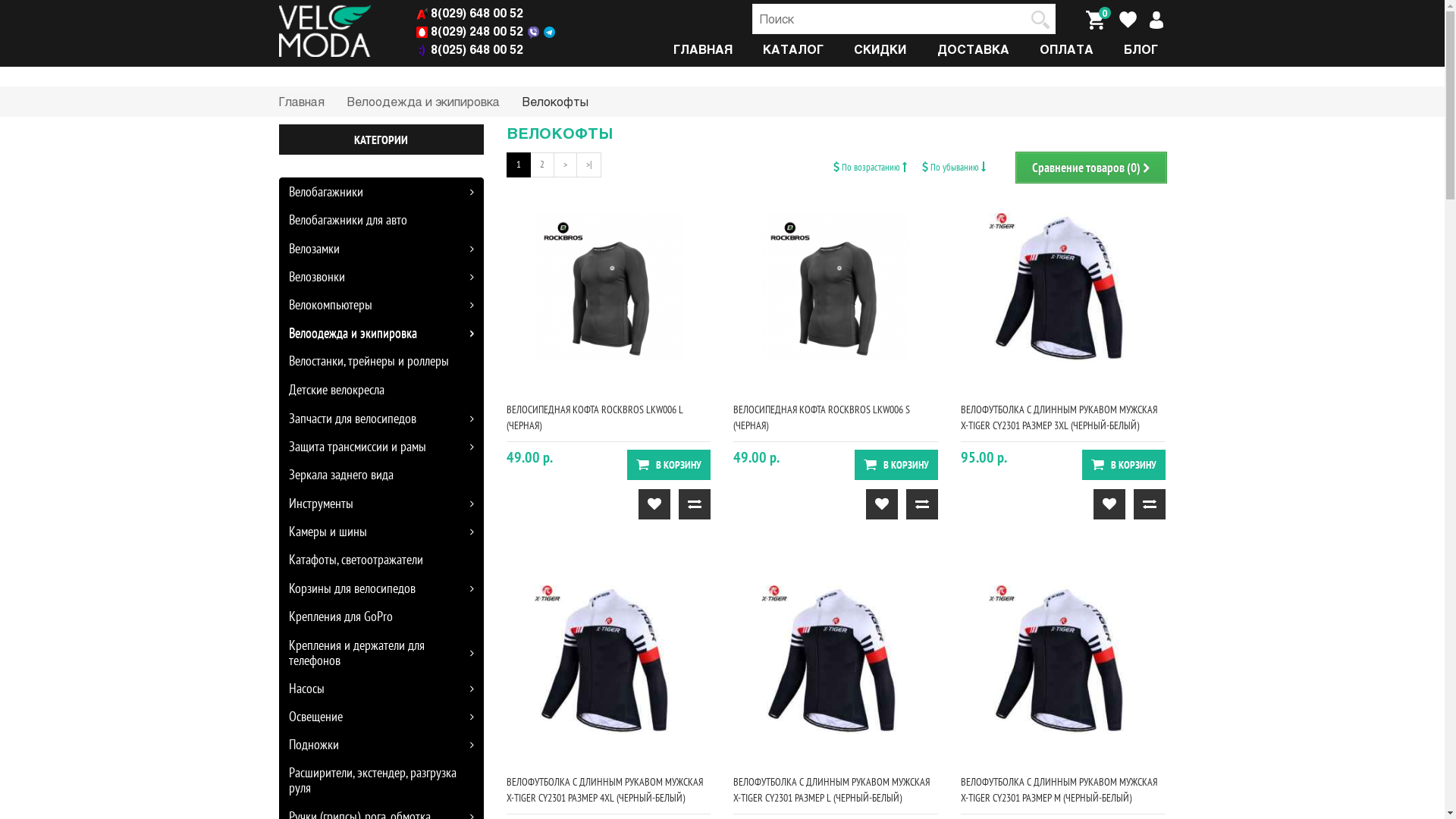 Image resolution: width=1456 pixels, height=819 pixels. I want to click on '8(025) 648 00 52', so click(469, 48).